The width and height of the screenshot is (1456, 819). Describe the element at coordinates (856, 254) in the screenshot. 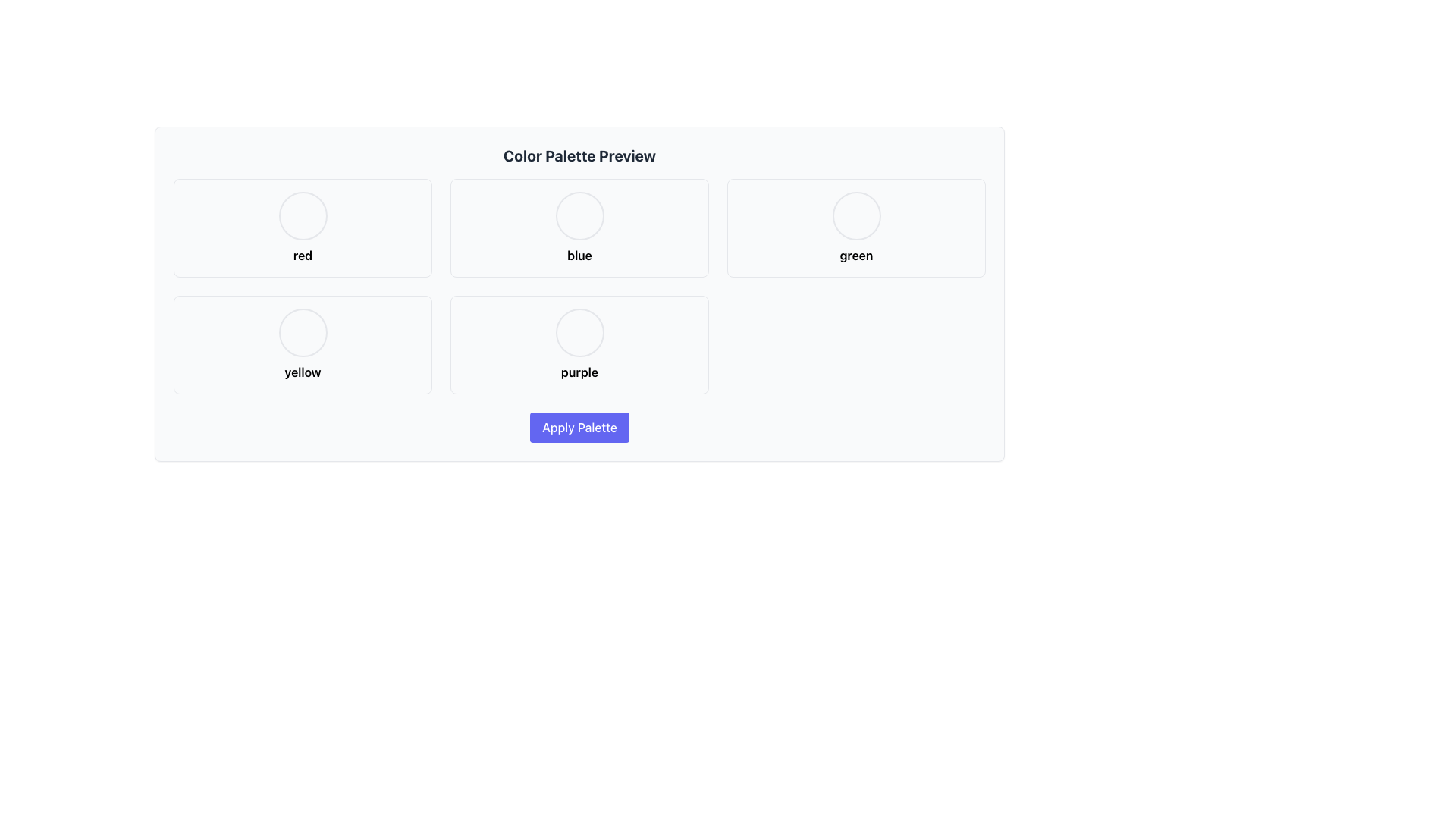

I see `the Text Label that represents the color green, located in the top-right cell of a 3x2 grid layout, below the circular green color icon` at that location.